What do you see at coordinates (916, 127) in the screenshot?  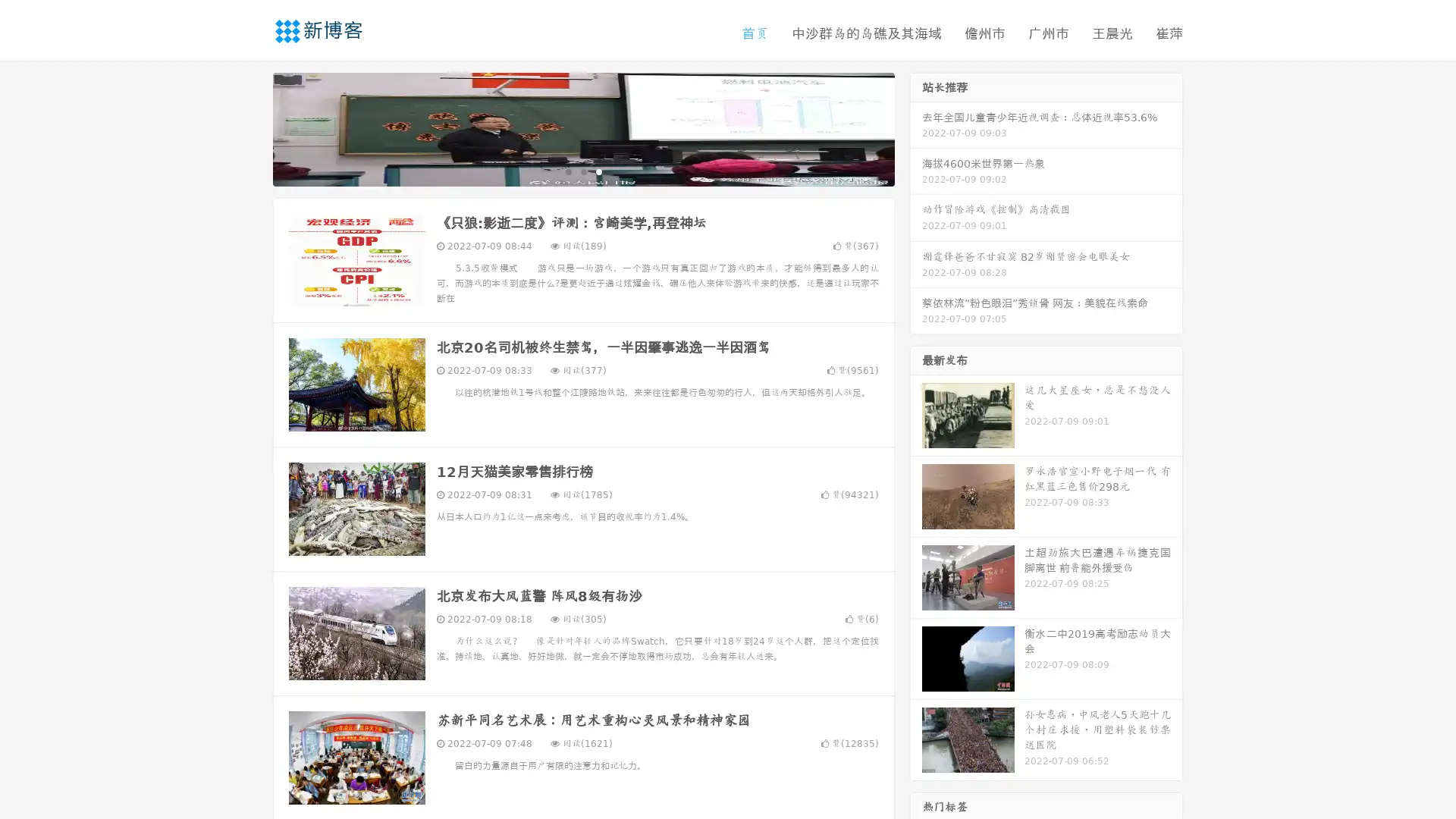 I see `Next slide` at bounding box center [916, 127].